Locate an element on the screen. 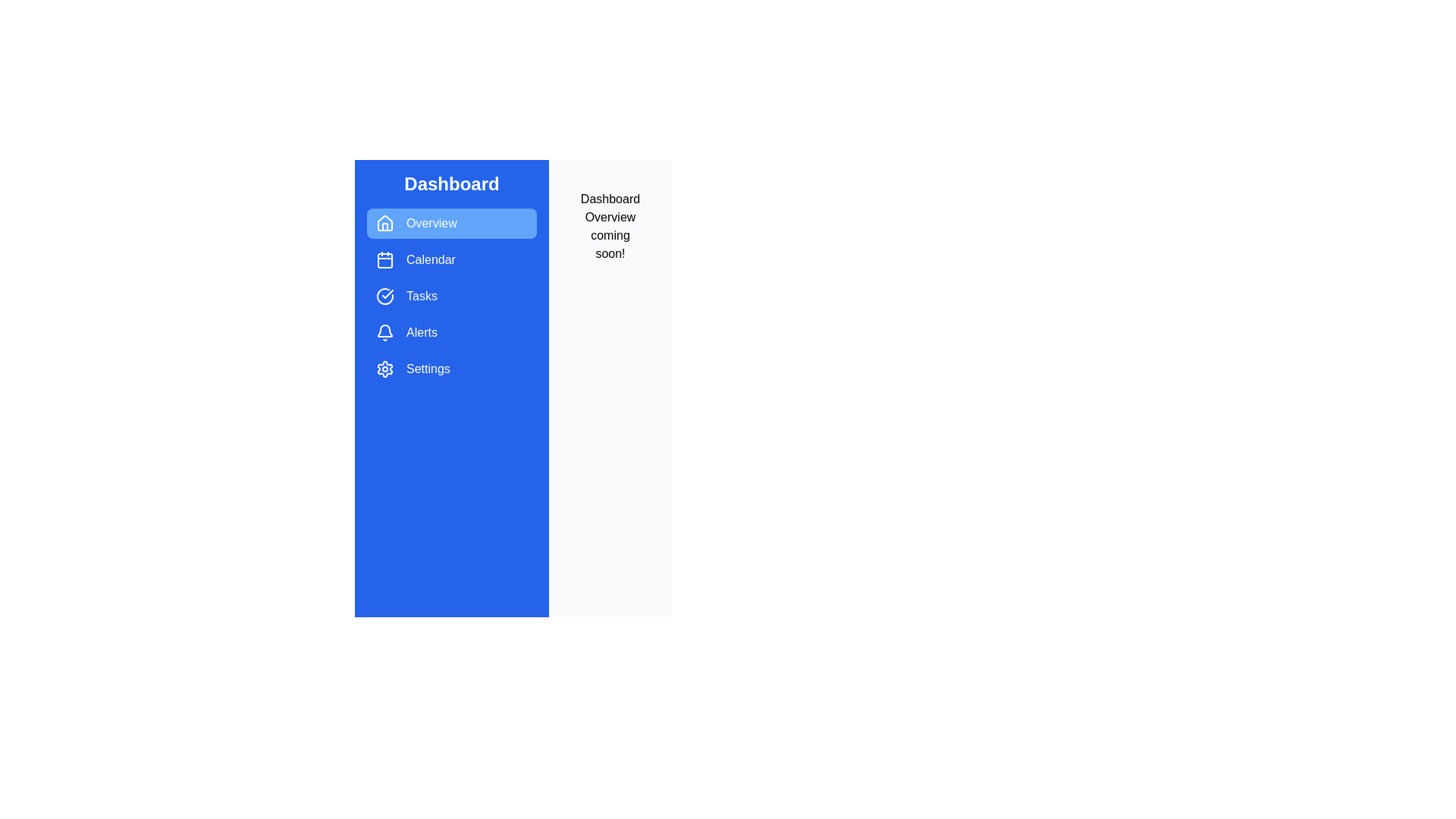 The width and height of the screenshot is (1456, 819). the calendar icon located in the left sidebar menu, positioned second from the top under the 'Dashboard' section is located at coordinates (385, 259).